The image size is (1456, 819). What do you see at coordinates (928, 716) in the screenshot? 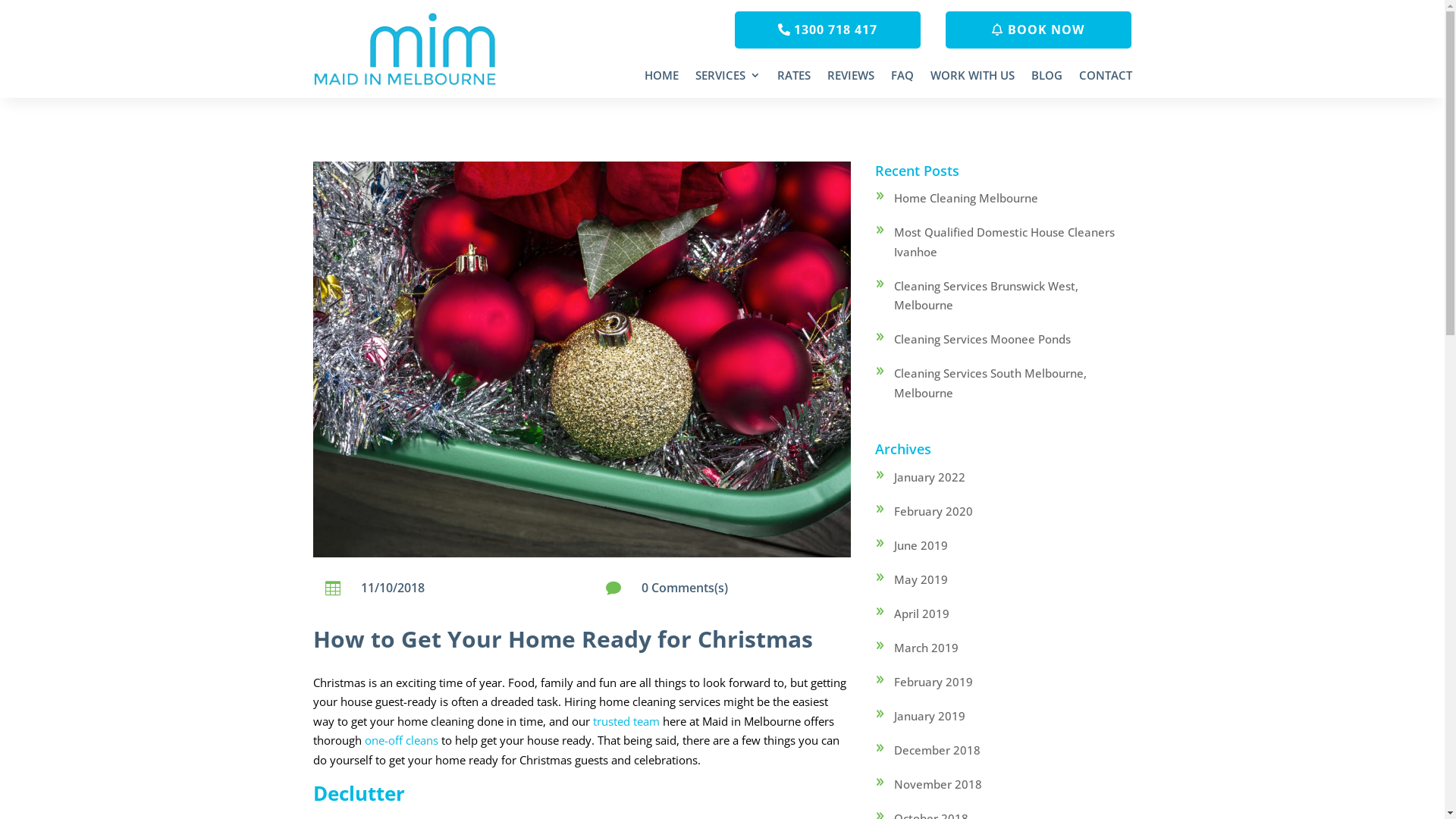
I see `'January 2019'` at bounding box center [928, 716].